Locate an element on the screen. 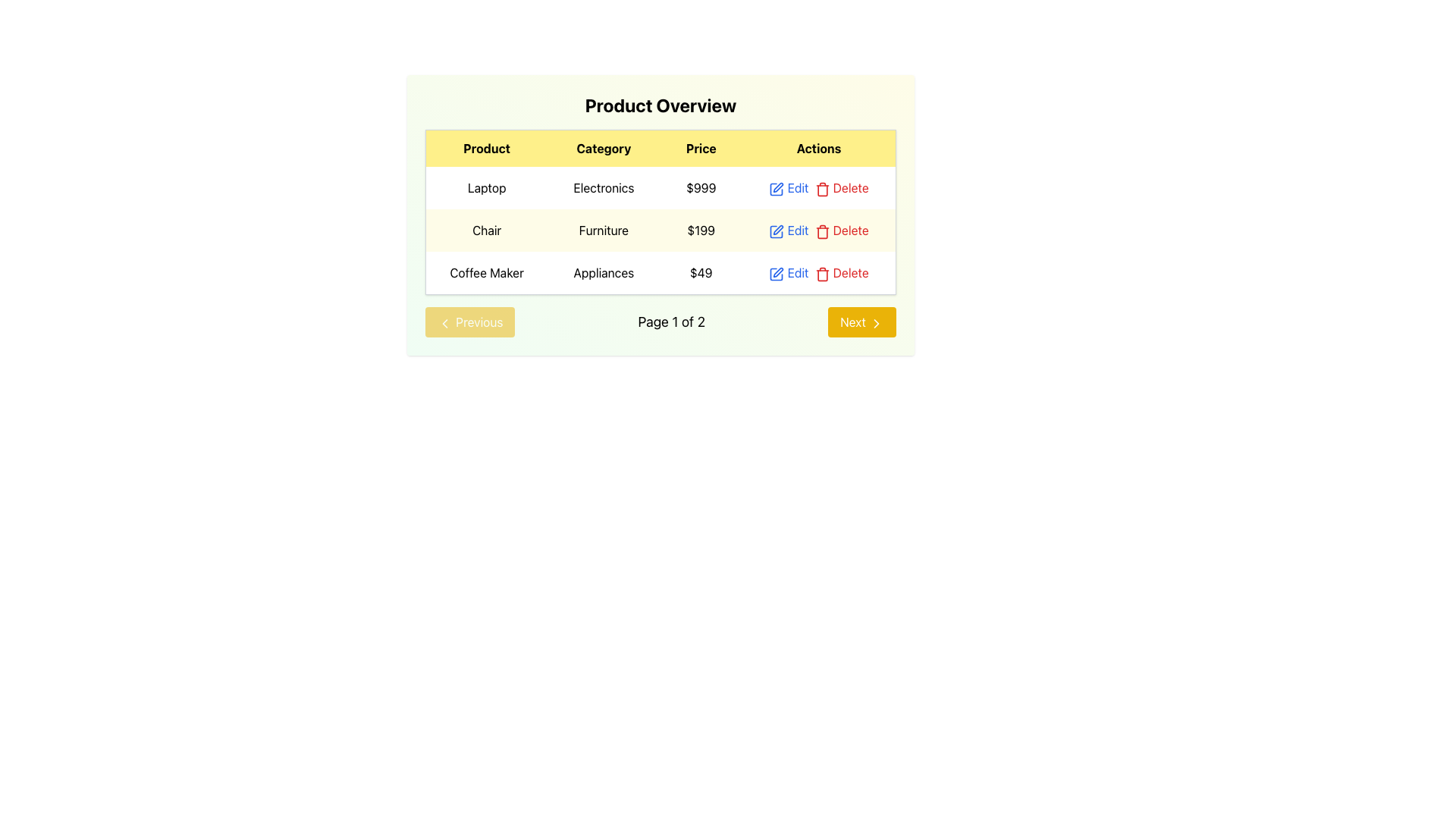 This screenshot has width=1456, height=819. the price text label displaying '$999' for the 'Laptop' in the 'Product Overview' table is located at coordinates (700, 187).